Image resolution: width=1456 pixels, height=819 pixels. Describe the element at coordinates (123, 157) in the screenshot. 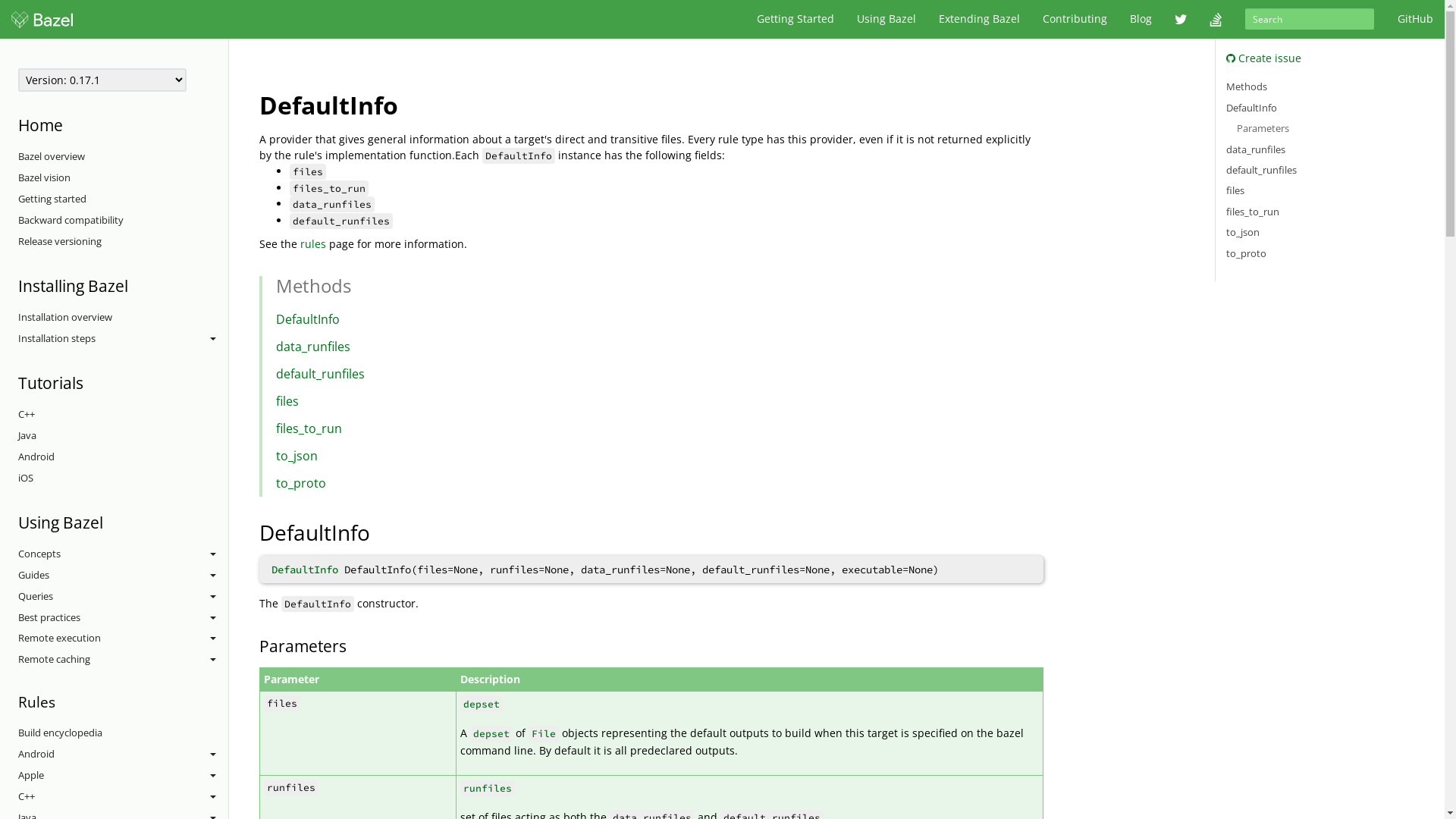

I see `'Bazel overview'` at that location.